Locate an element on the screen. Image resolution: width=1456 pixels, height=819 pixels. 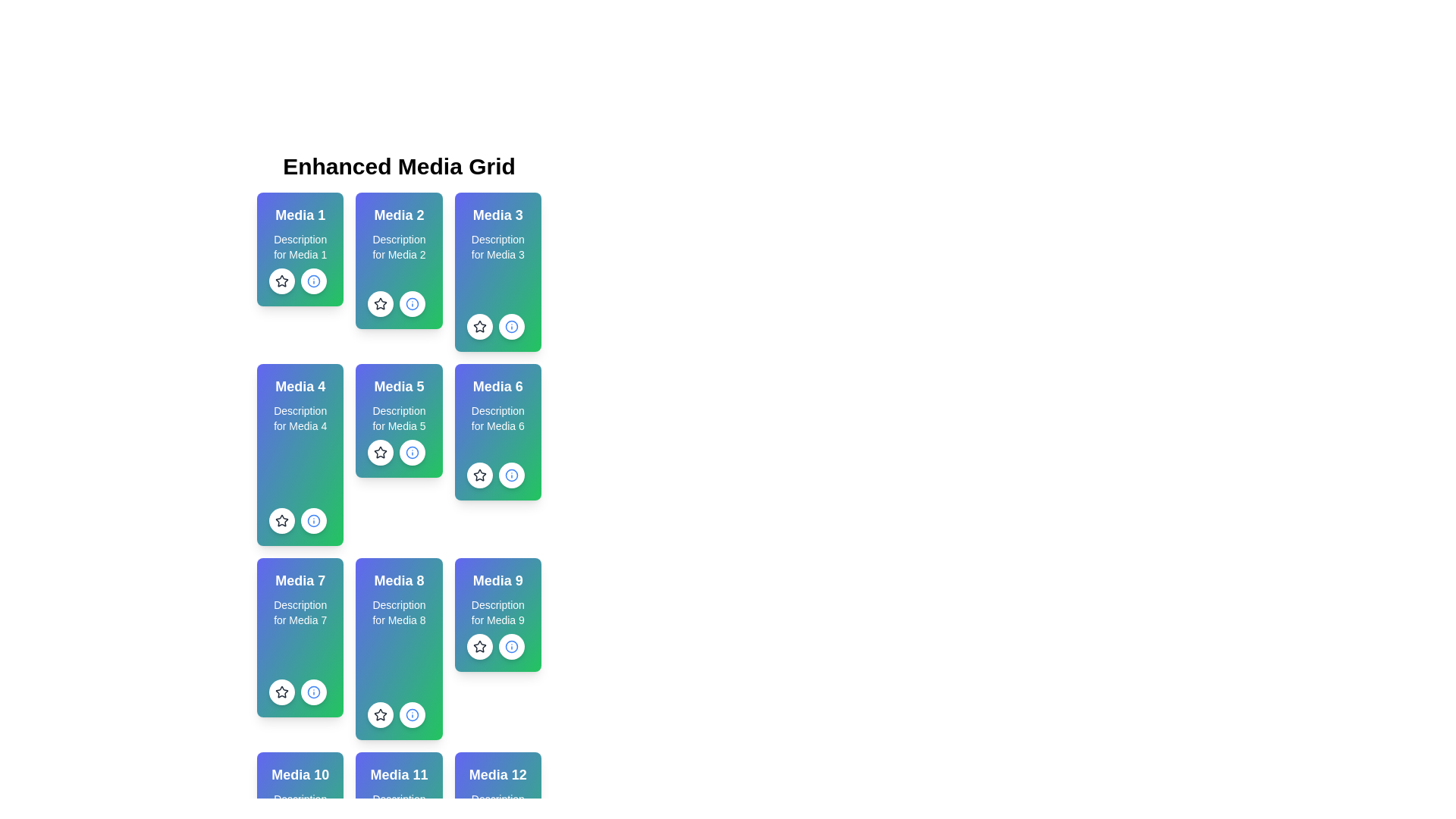
the static text label that reads 'Description for Media 1', located below the title text in the card titled 'Media 1' is located at coordinates (300, 246).